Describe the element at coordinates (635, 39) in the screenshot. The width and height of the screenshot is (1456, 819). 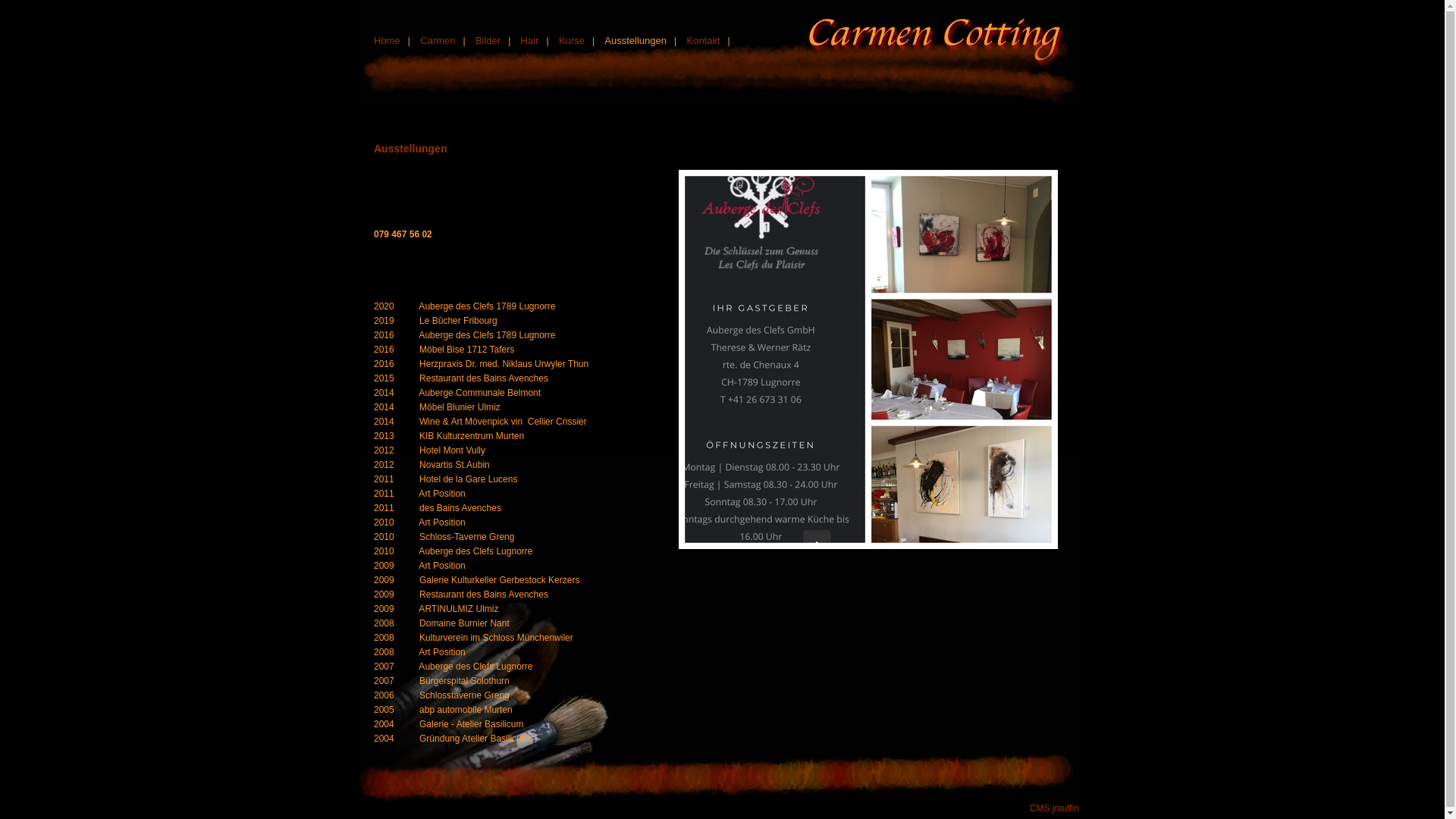
I see `'Ausstellungen'` at that location.